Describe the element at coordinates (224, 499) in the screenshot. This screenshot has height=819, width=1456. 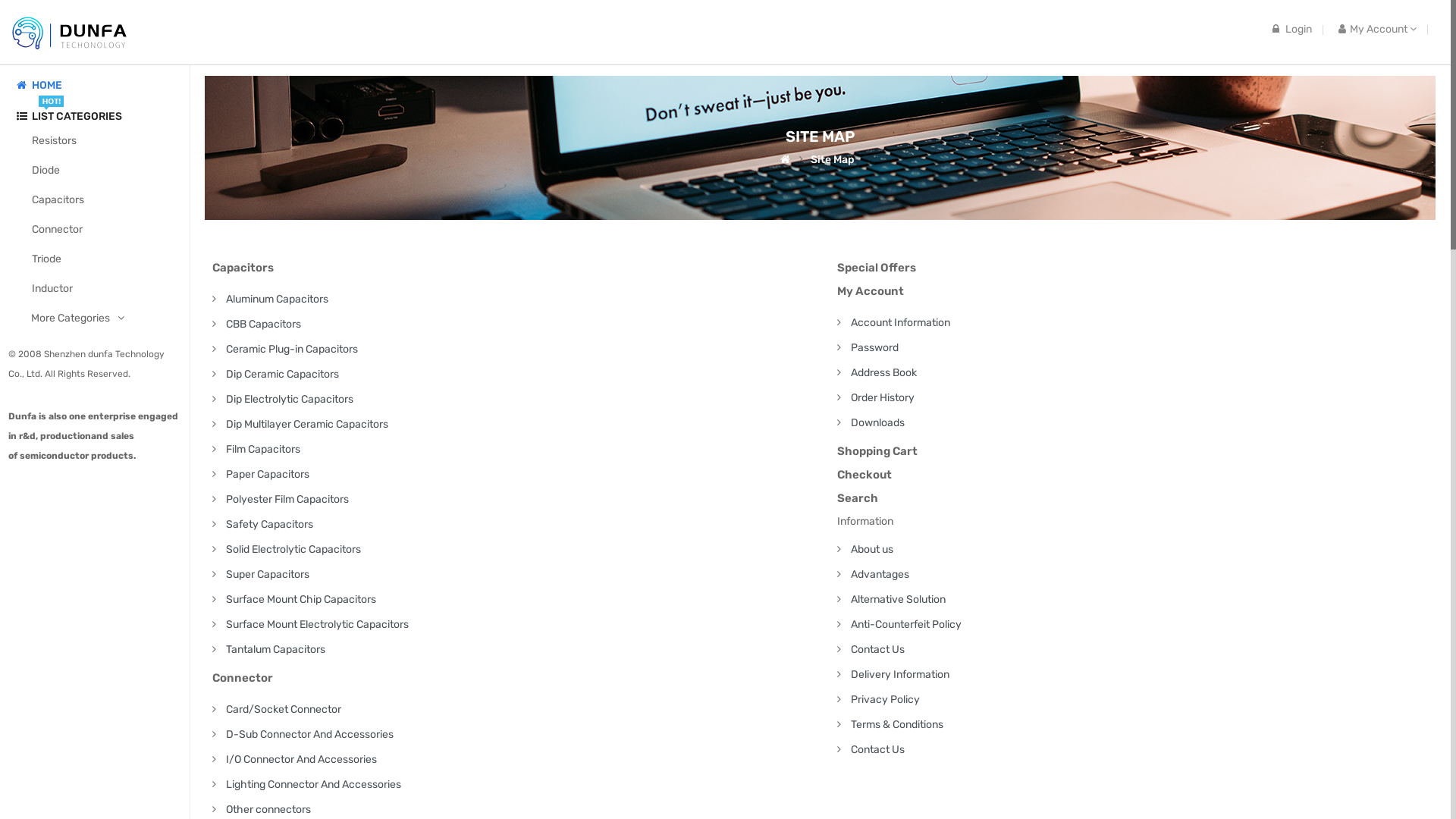
I see `'Polyester Film Capacitors'` at that location.